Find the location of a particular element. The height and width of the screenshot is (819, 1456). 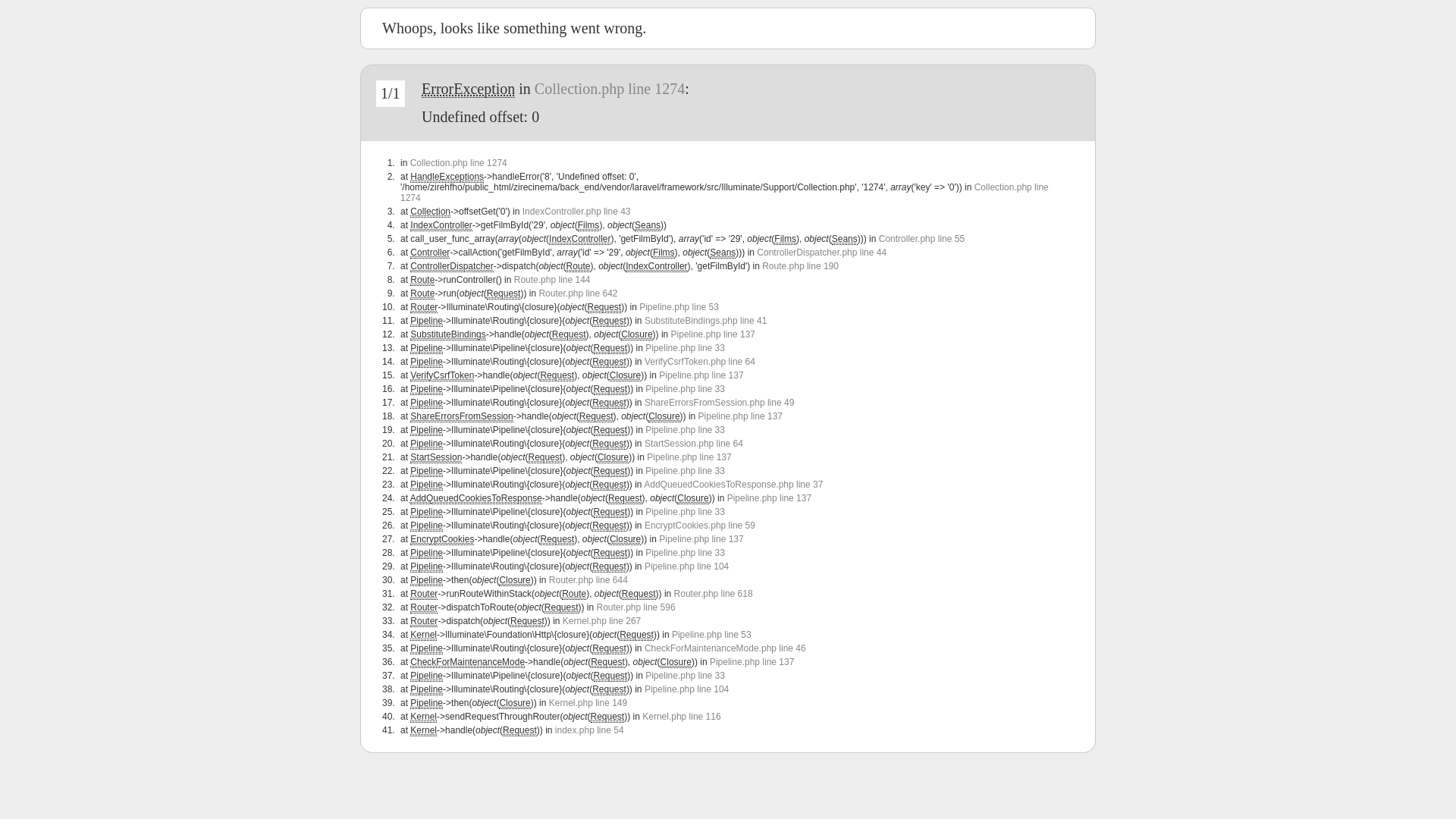

'Pipeline.php line 53' is located at coordinates (671, 635).